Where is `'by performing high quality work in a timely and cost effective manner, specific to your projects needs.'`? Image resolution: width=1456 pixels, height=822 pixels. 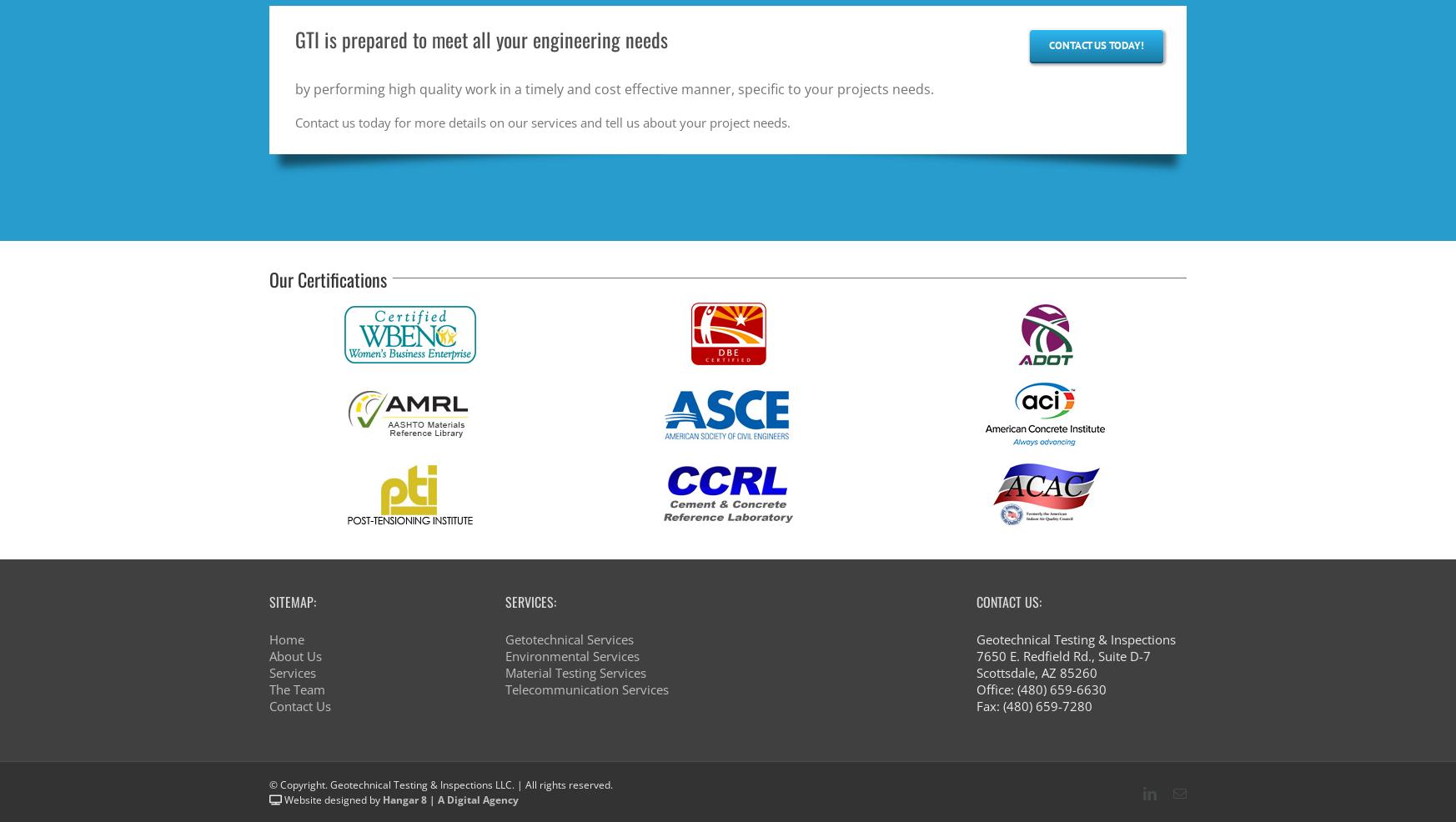 'by performing high quality work in a timely and cost effective manner, specific to your projects needs.' is located at coordinates (613, 89).